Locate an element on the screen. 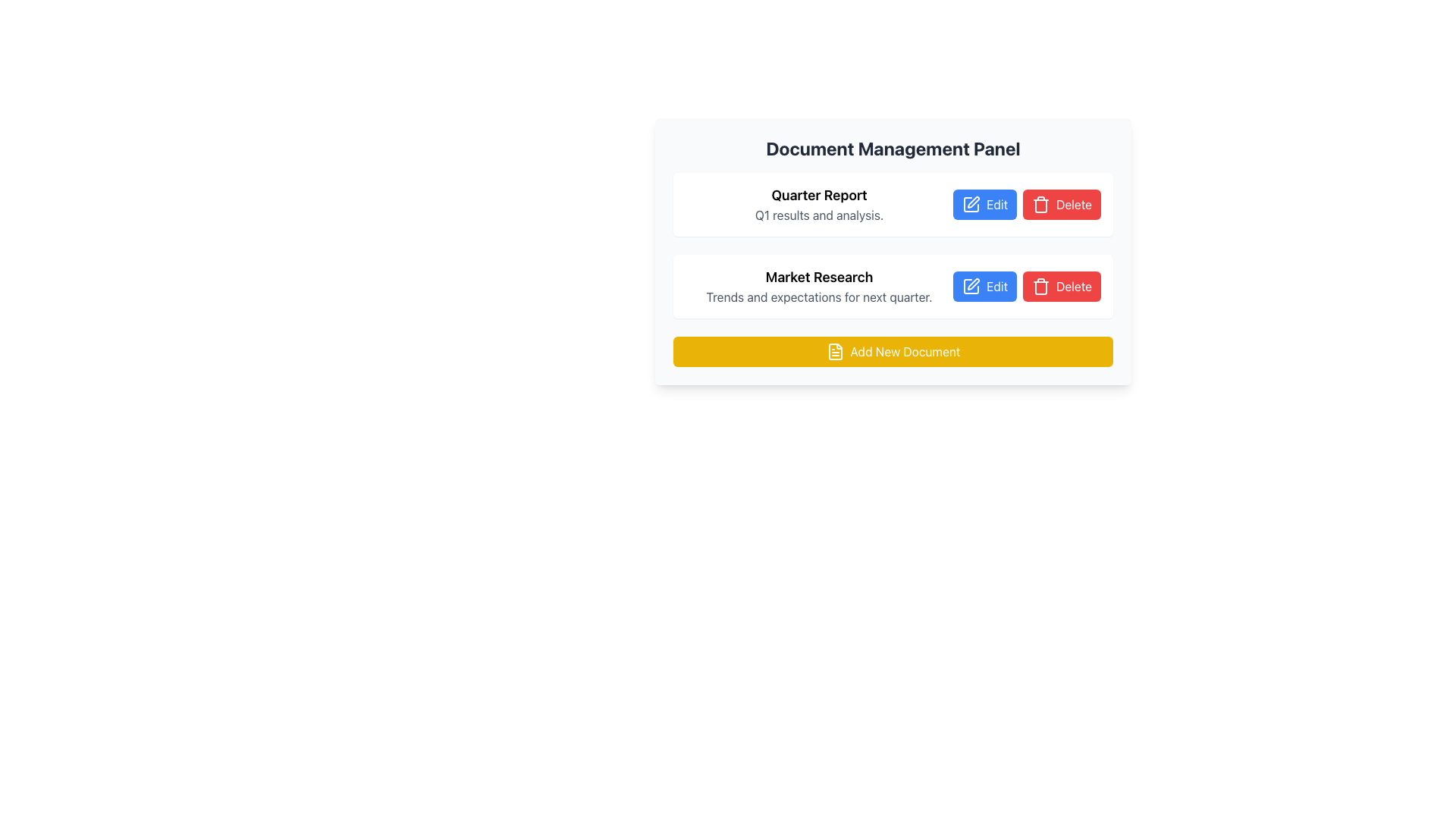 Image resolution: width=1456 pixels, height=819 pixels. keyboard navigation is located at coordinates (893, 351).